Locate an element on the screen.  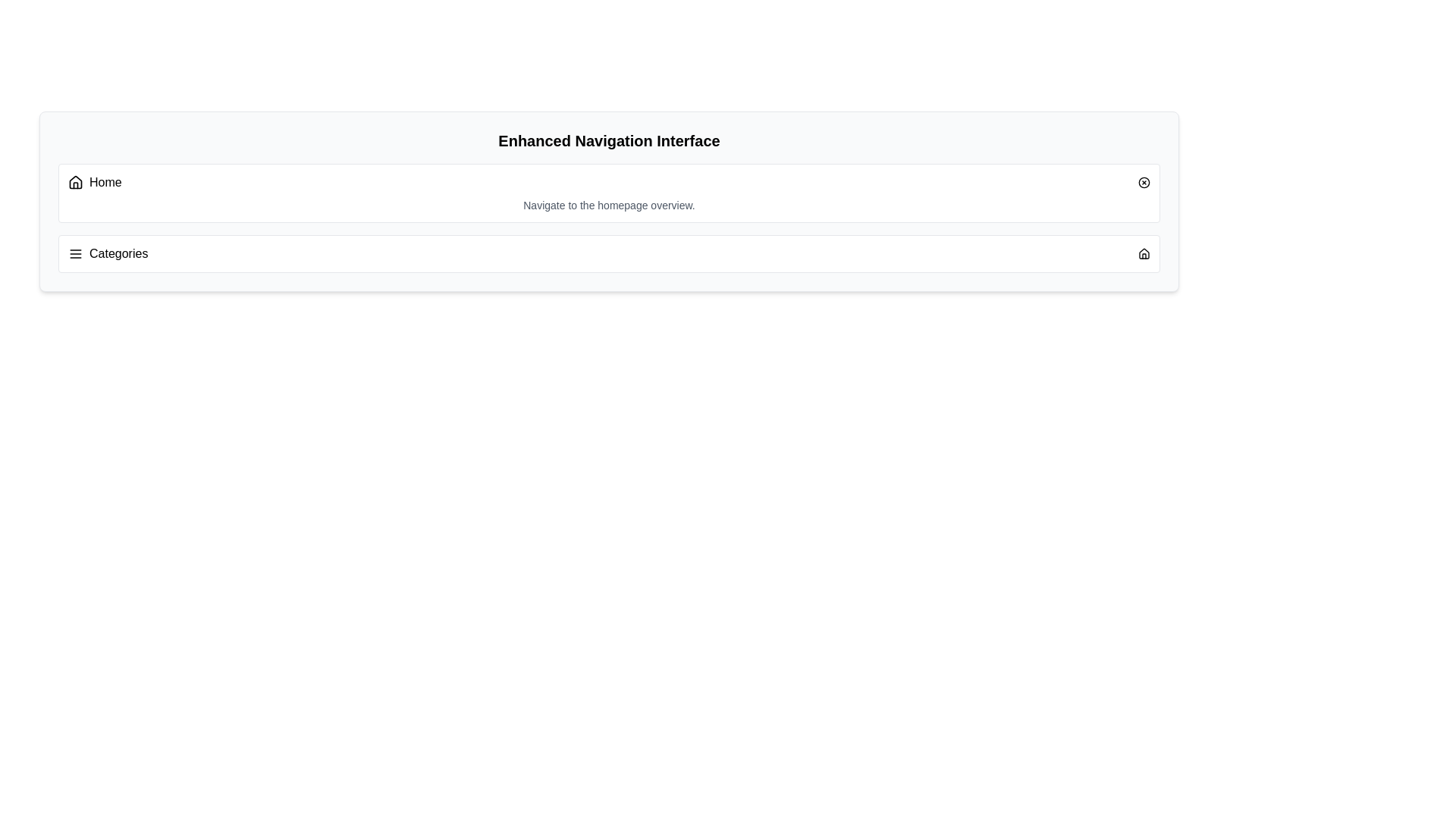
the 'Categories' Text and Icon Button located in the top-left corner of the section below the primary navigation bar is located at coordinates (107, 253).